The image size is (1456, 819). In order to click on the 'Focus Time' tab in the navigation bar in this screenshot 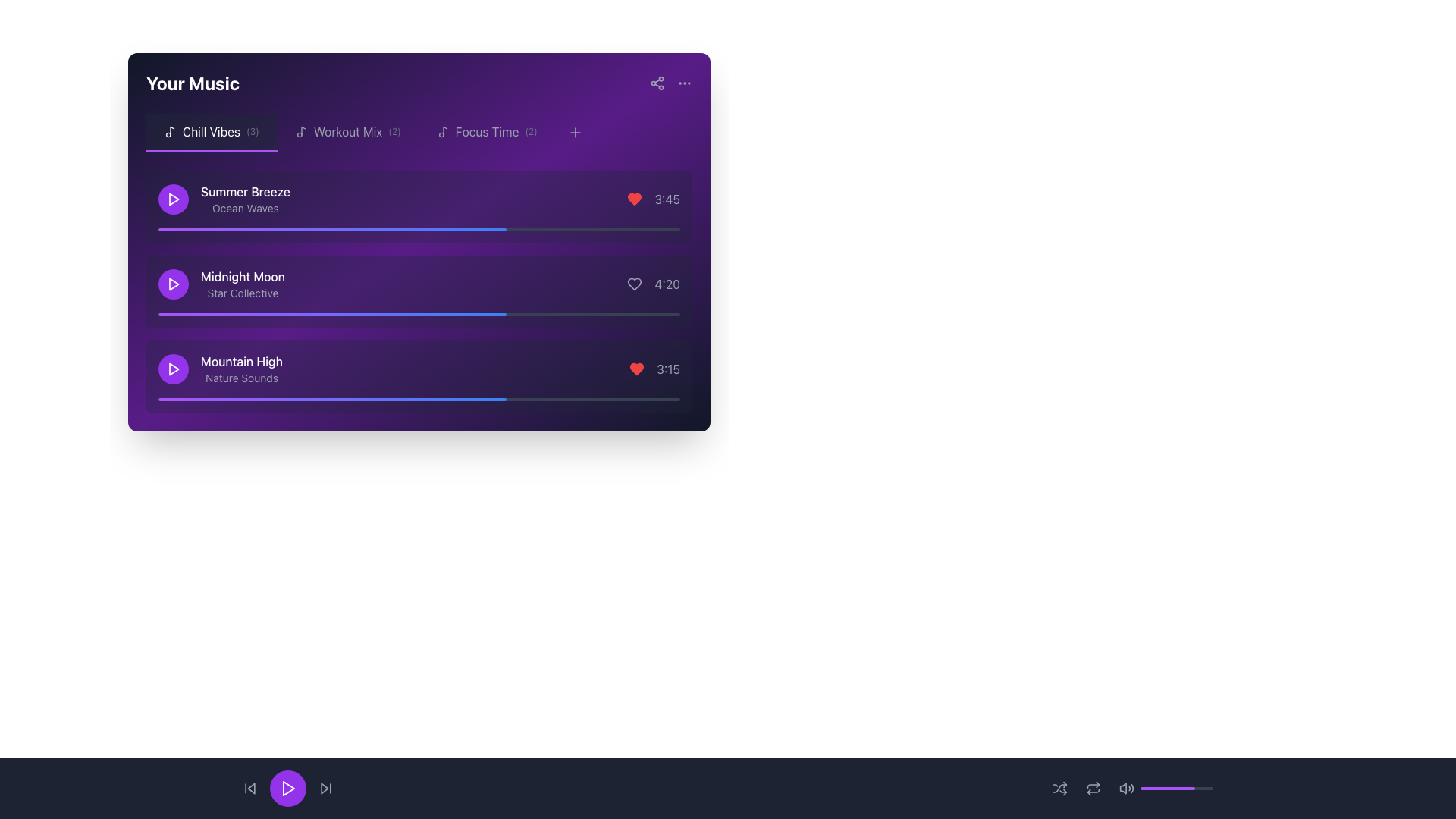, I will do `click(487, 131)`.